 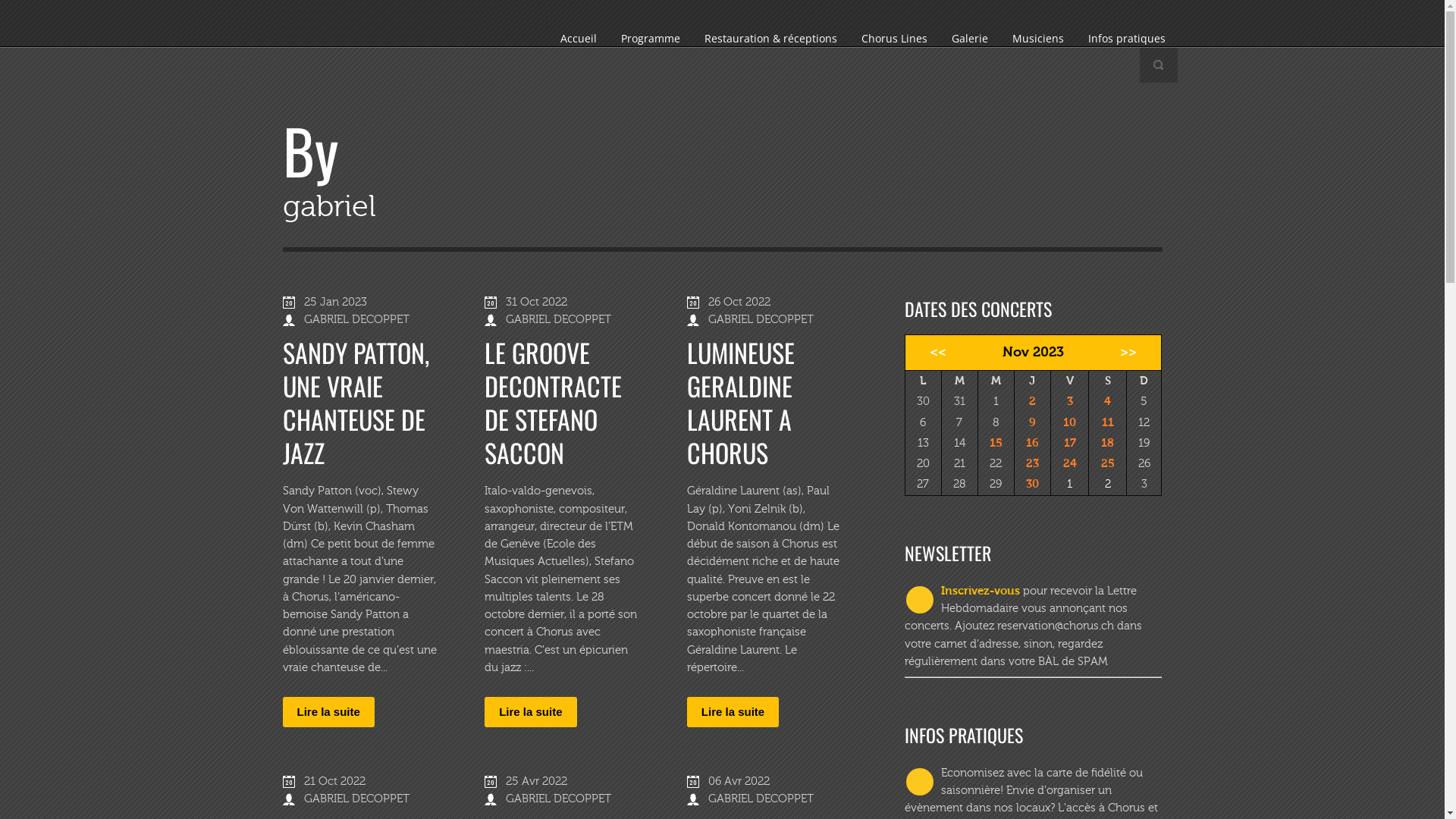 What do you see at coordinates (1107, 400) in the screenshot?
I see `'4'` at bounding box center [1107, 400].